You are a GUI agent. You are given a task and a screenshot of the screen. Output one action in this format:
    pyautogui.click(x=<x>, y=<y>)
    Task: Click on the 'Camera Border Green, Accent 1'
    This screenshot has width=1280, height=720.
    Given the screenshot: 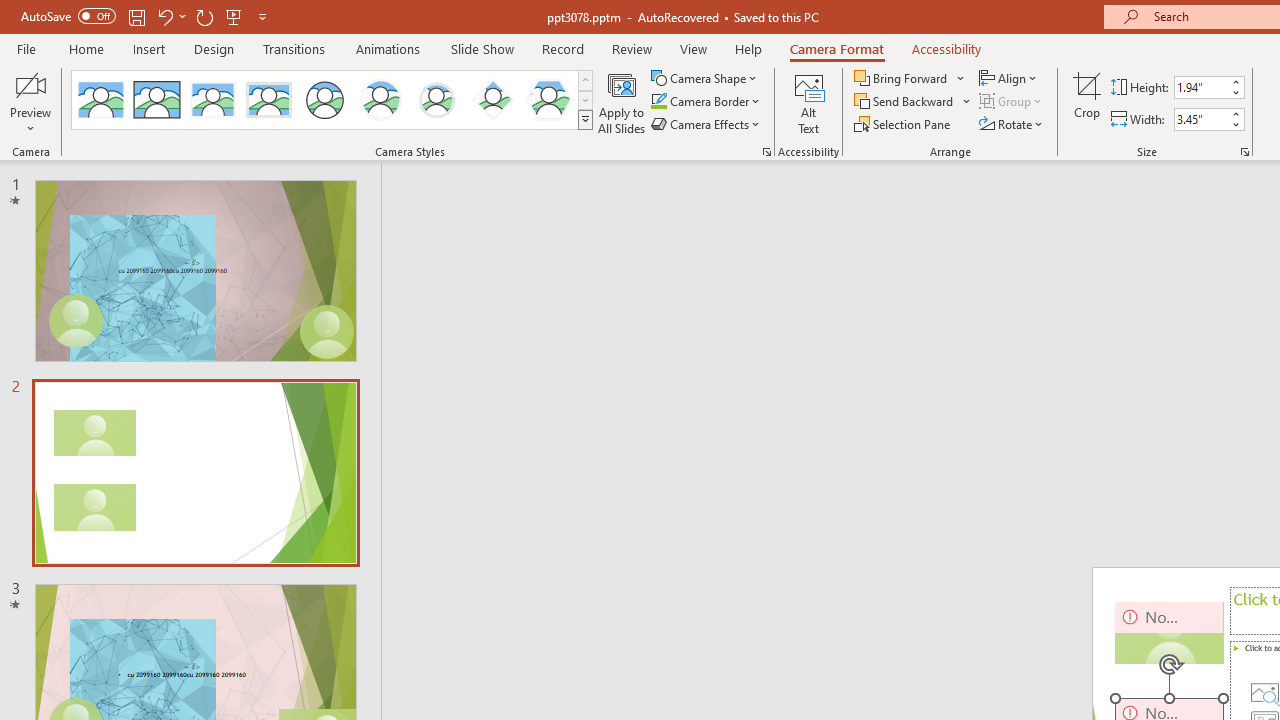 What is the action you would take?
    pyautogui.click(x=658, y=101)
    